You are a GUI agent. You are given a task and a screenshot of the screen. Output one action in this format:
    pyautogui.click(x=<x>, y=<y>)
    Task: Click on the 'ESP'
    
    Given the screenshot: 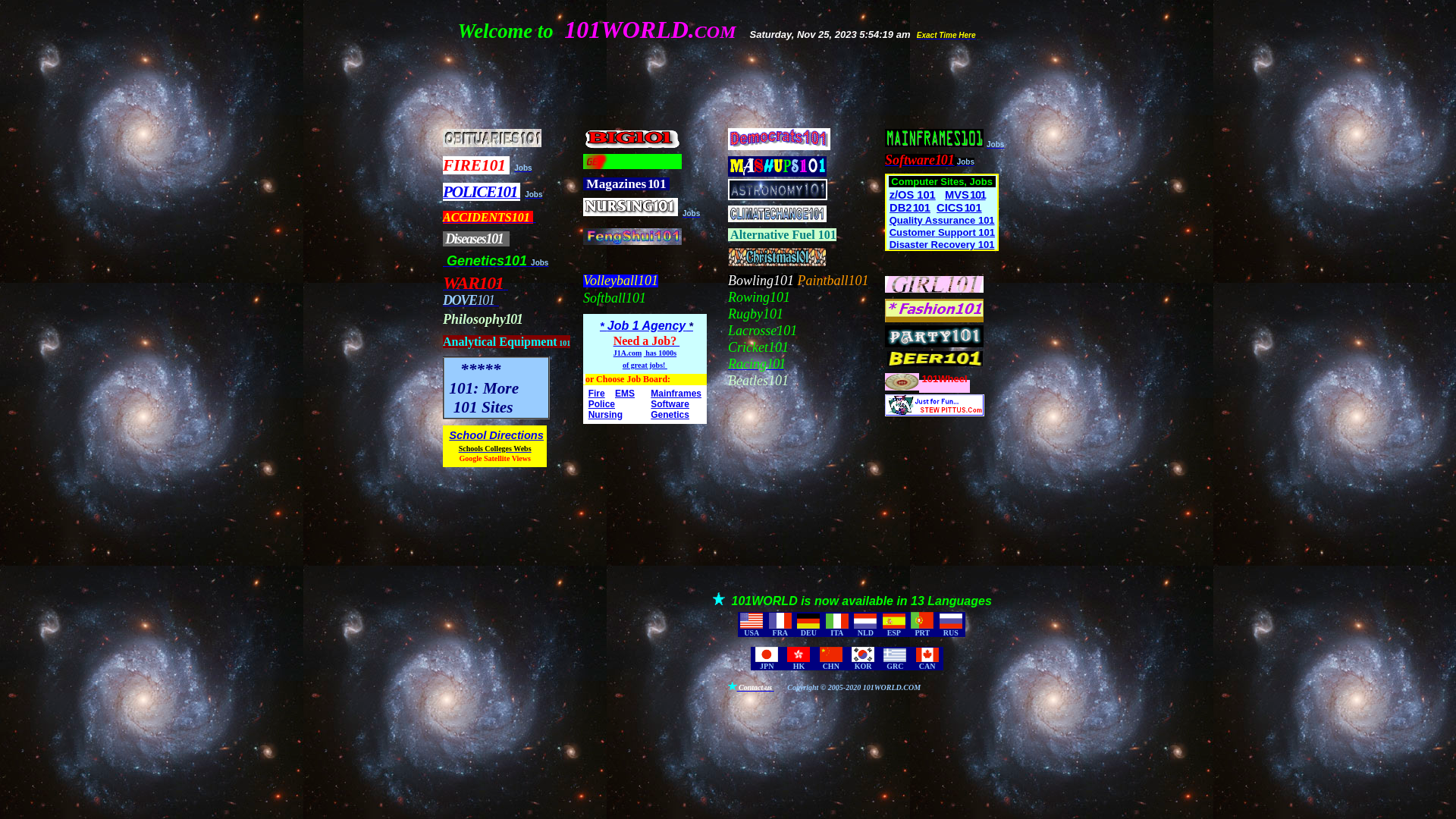 What is the action you would take?
    pyautogui.click(x=894, y=632)
    